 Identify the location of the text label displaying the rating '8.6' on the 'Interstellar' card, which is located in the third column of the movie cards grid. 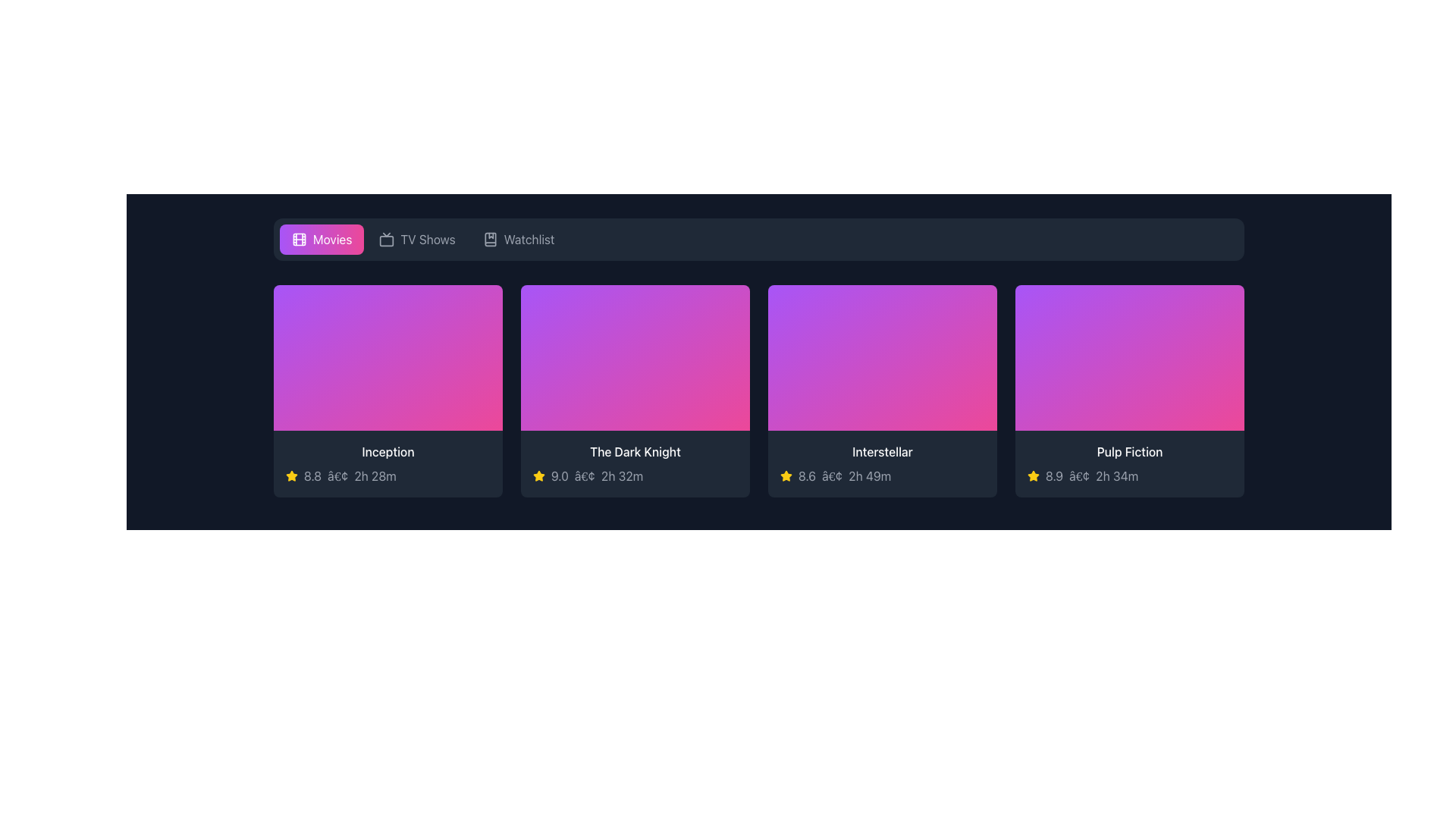
(806, 475).